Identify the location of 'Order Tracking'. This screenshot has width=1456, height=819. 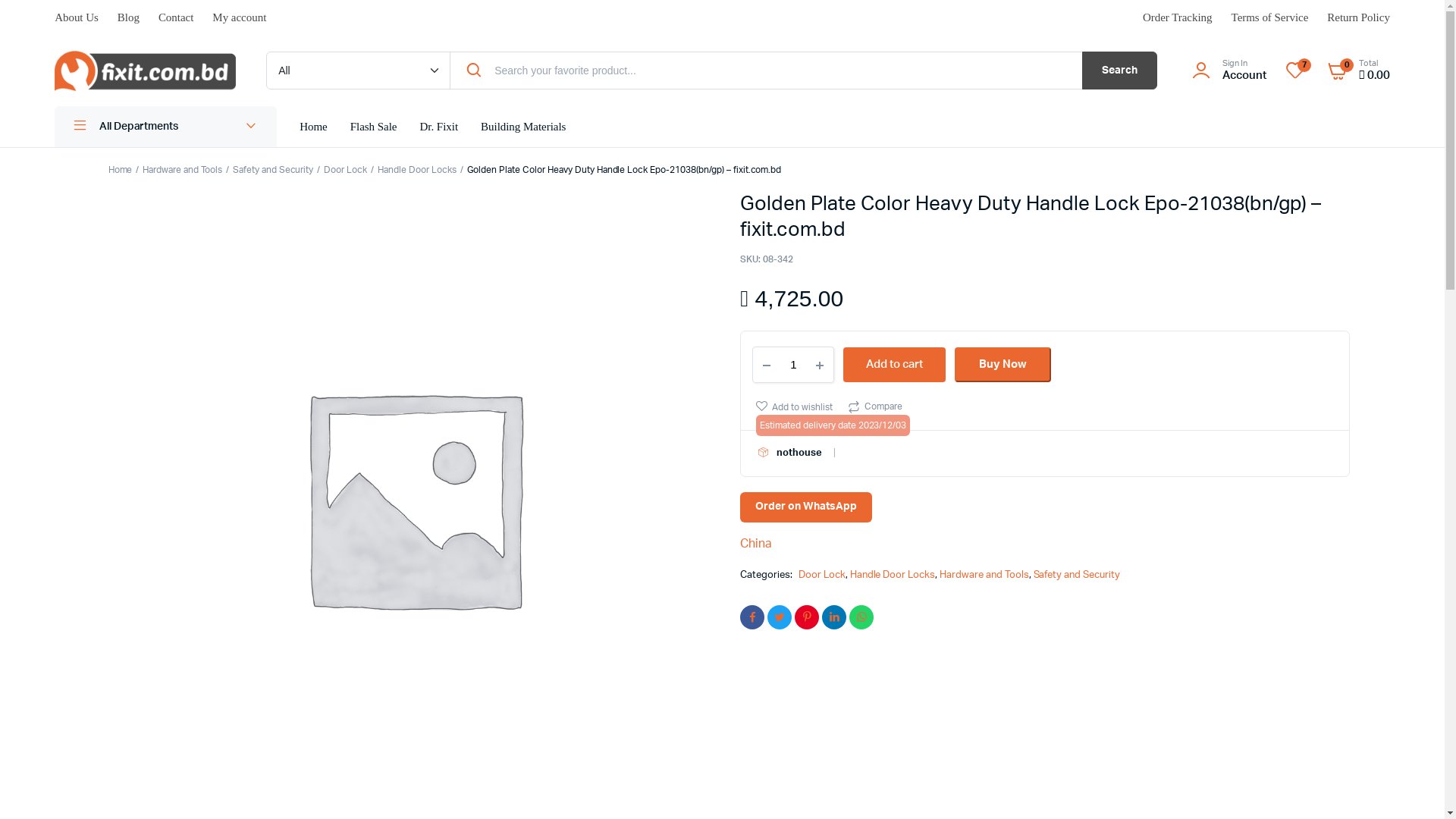
(1177, 17).